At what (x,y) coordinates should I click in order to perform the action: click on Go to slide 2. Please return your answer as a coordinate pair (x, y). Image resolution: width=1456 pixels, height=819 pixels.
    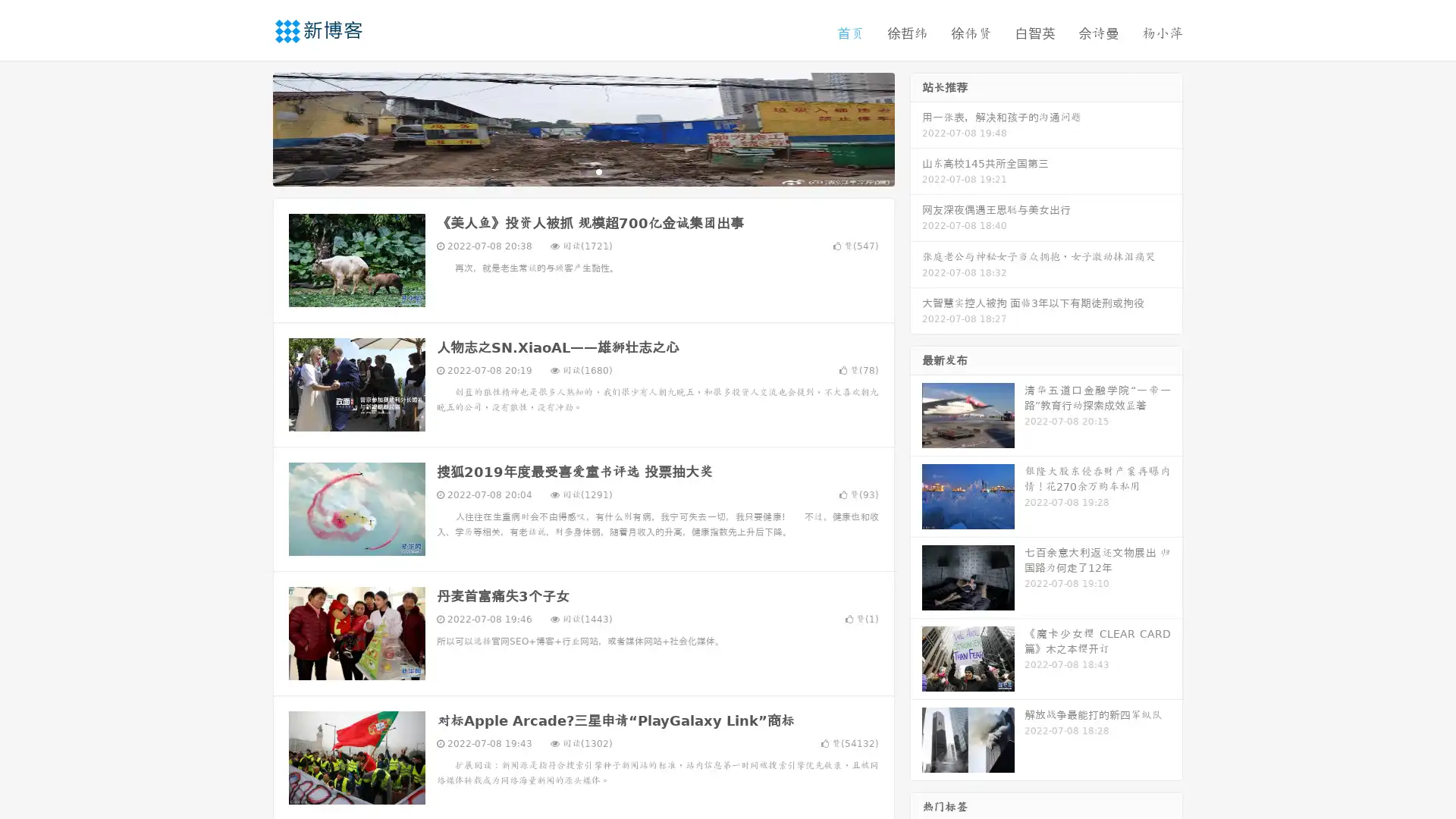
    Looking at the image, I should click on (582, 171).